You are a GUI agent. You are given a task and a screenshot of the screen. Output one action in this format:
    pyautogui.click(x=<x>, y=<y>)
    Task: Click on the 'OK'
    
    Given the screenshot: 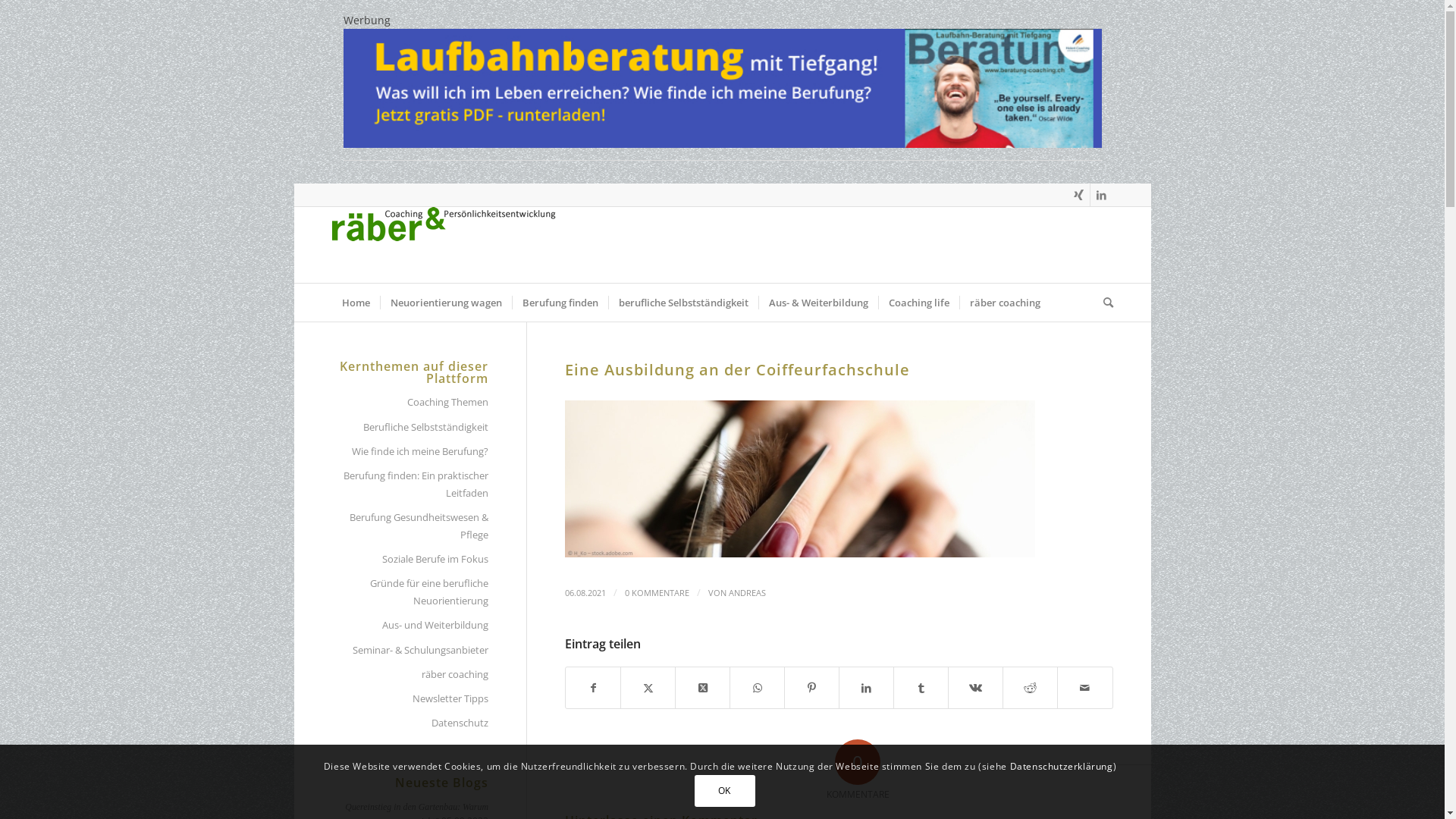 What is the action you would take?
    pyautogui.click(x=694, y=789)
    